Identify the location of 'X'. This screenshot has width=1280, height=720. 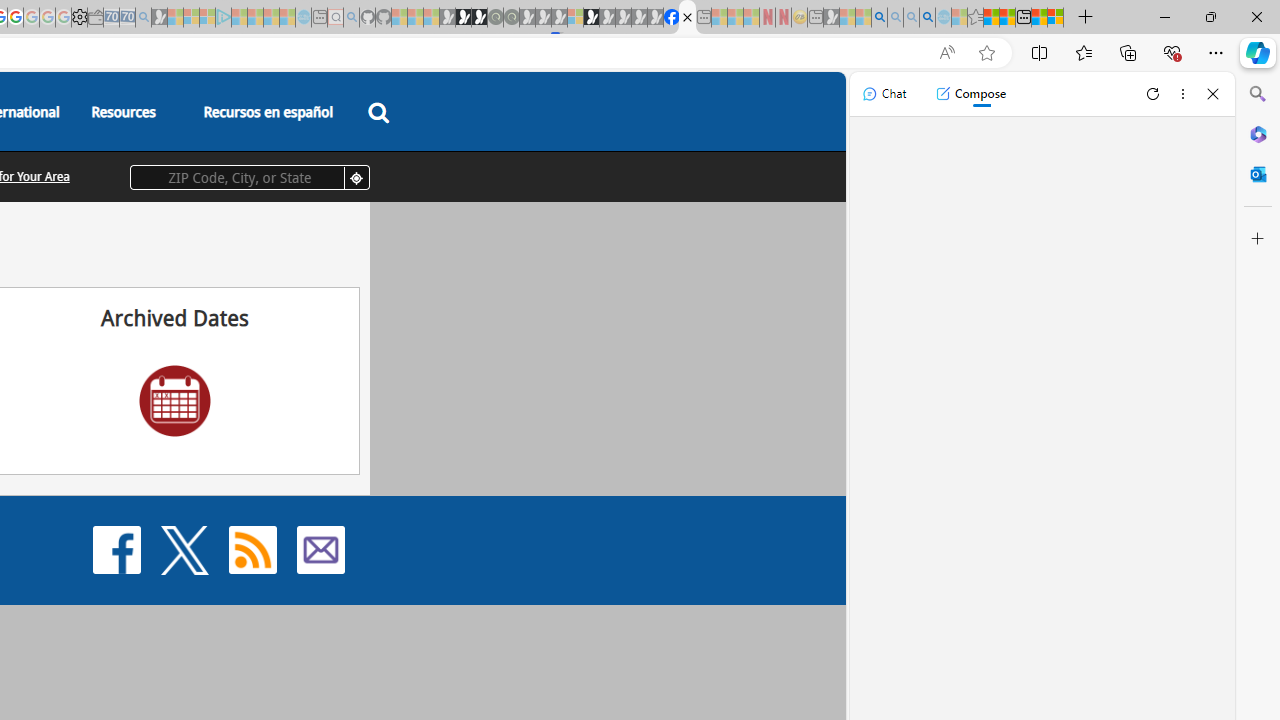
(184, 550).